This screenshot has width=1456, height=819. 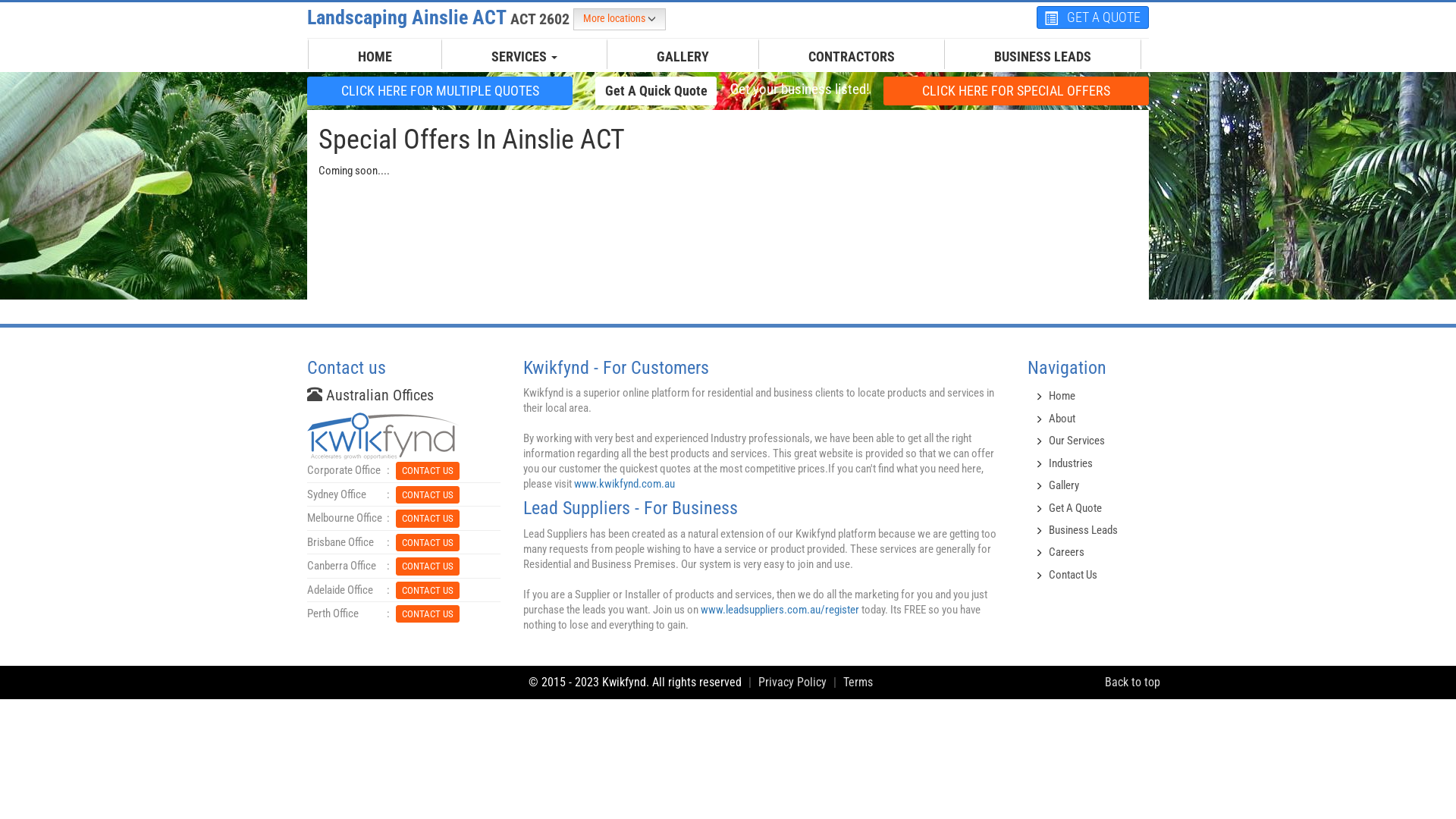 I want to click on 'CONTACT US', so click(x=426, y=613).